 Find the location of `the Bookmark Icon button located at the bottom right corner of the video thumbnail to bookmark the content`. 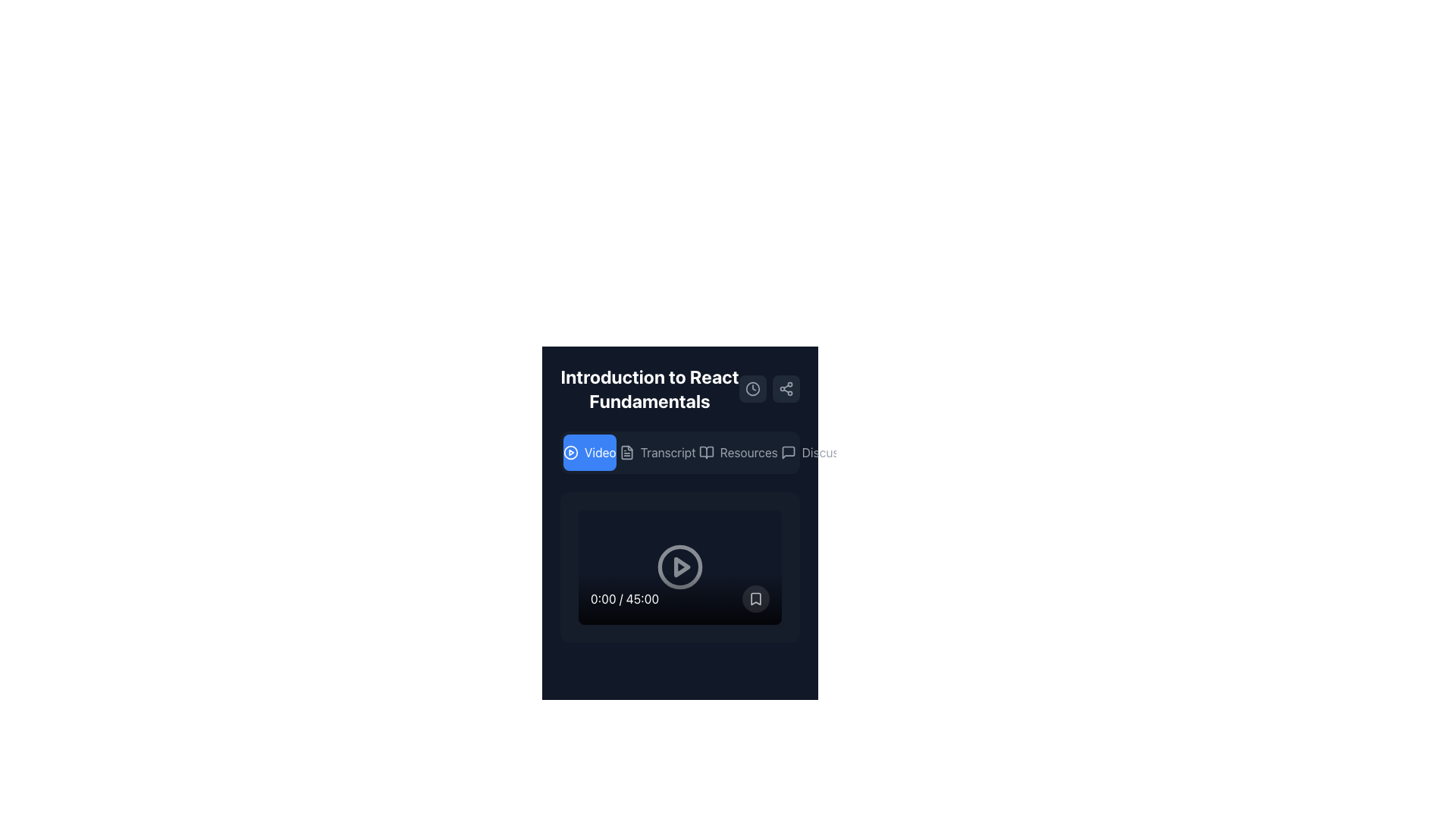

the Bookmark Icon button located at the bottom right corner of the video thumbnail to bookmark the content is located at coordinates (756, 598).